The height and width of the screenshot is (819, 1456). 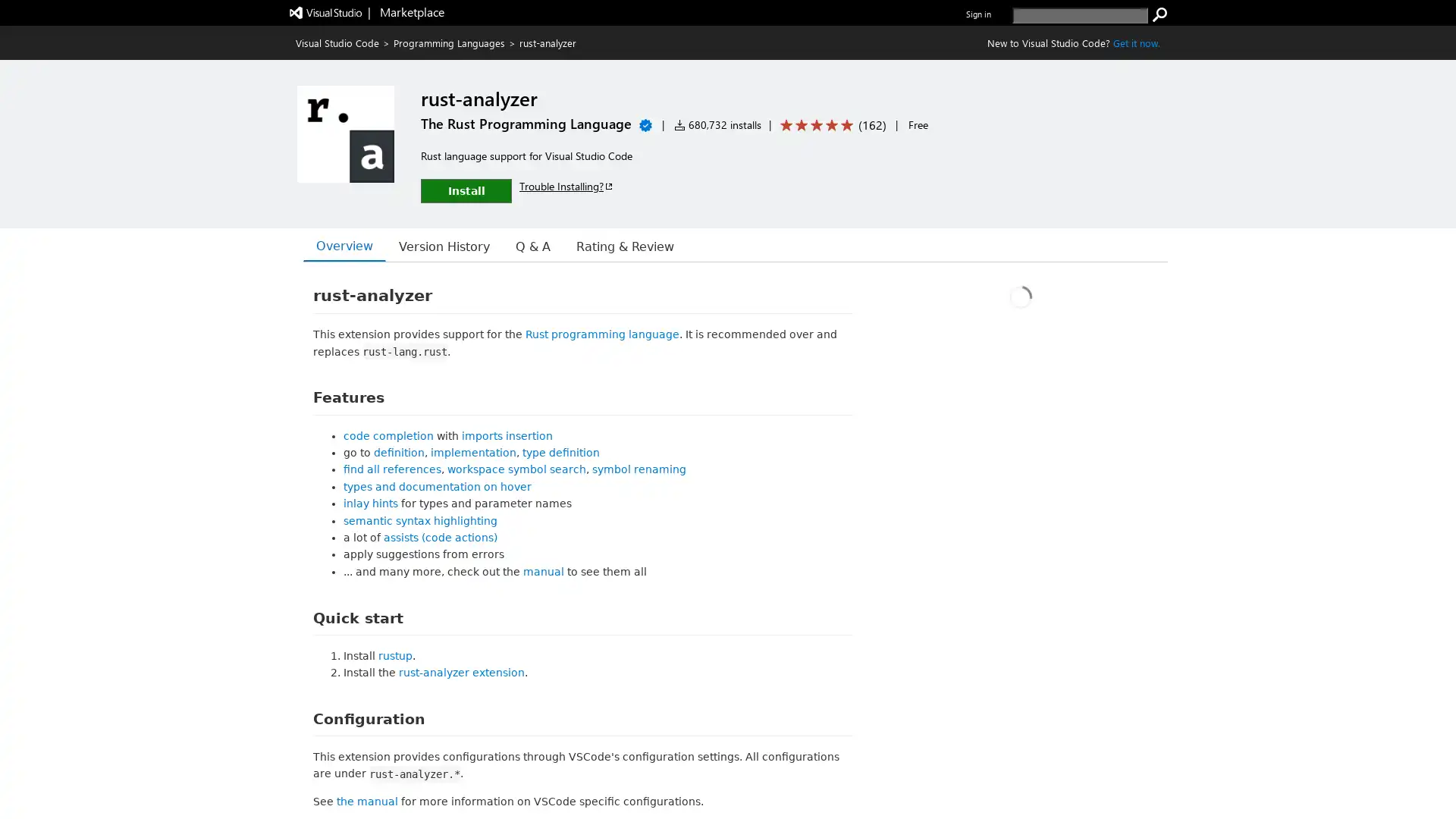 I want to click on Q & A, so click(x=513, y=245).